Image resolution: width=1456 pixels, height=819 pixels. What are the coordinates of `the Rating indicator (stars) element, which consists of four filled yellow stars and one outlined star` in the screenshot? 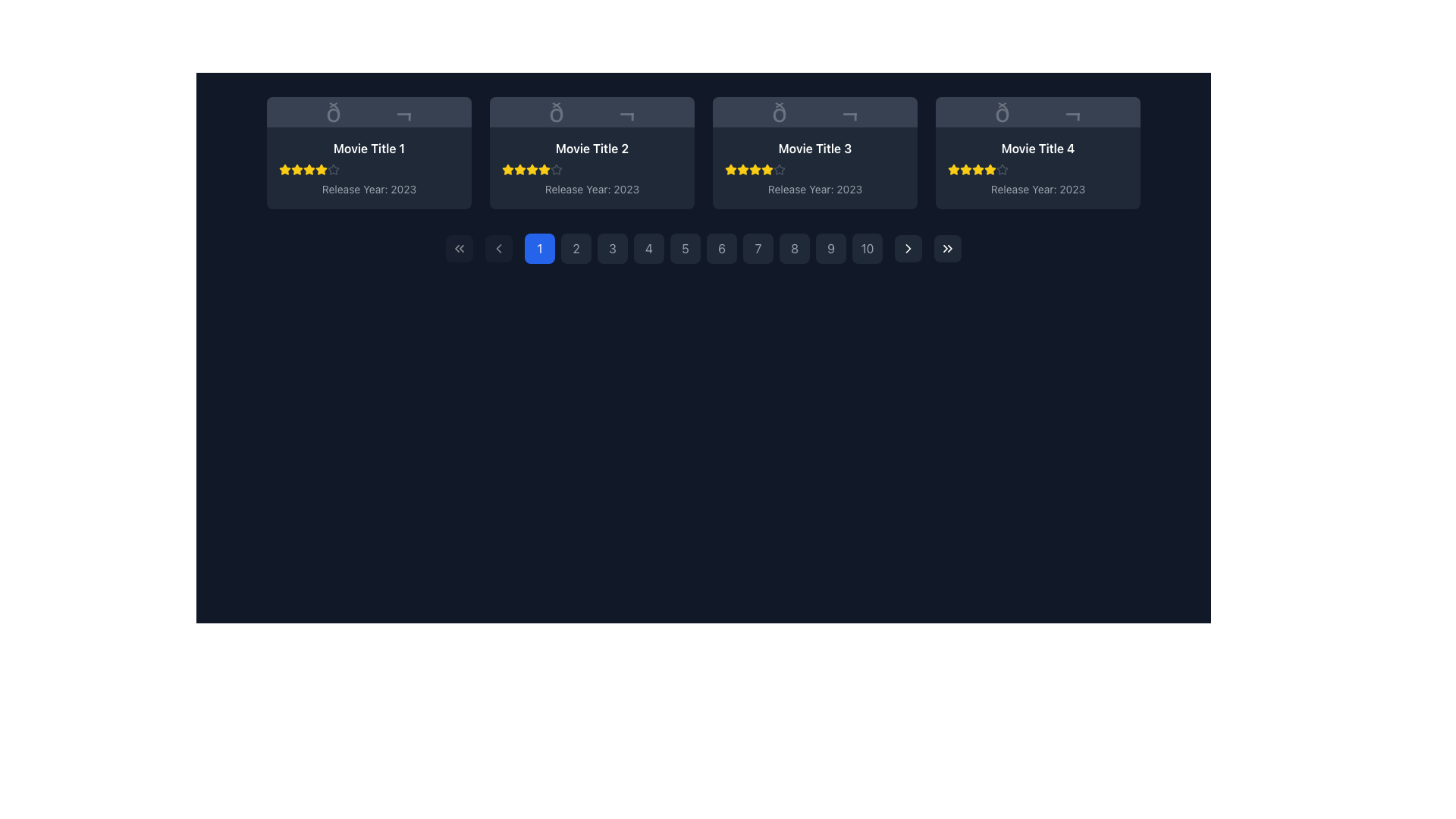 It's located at (1037, 169).